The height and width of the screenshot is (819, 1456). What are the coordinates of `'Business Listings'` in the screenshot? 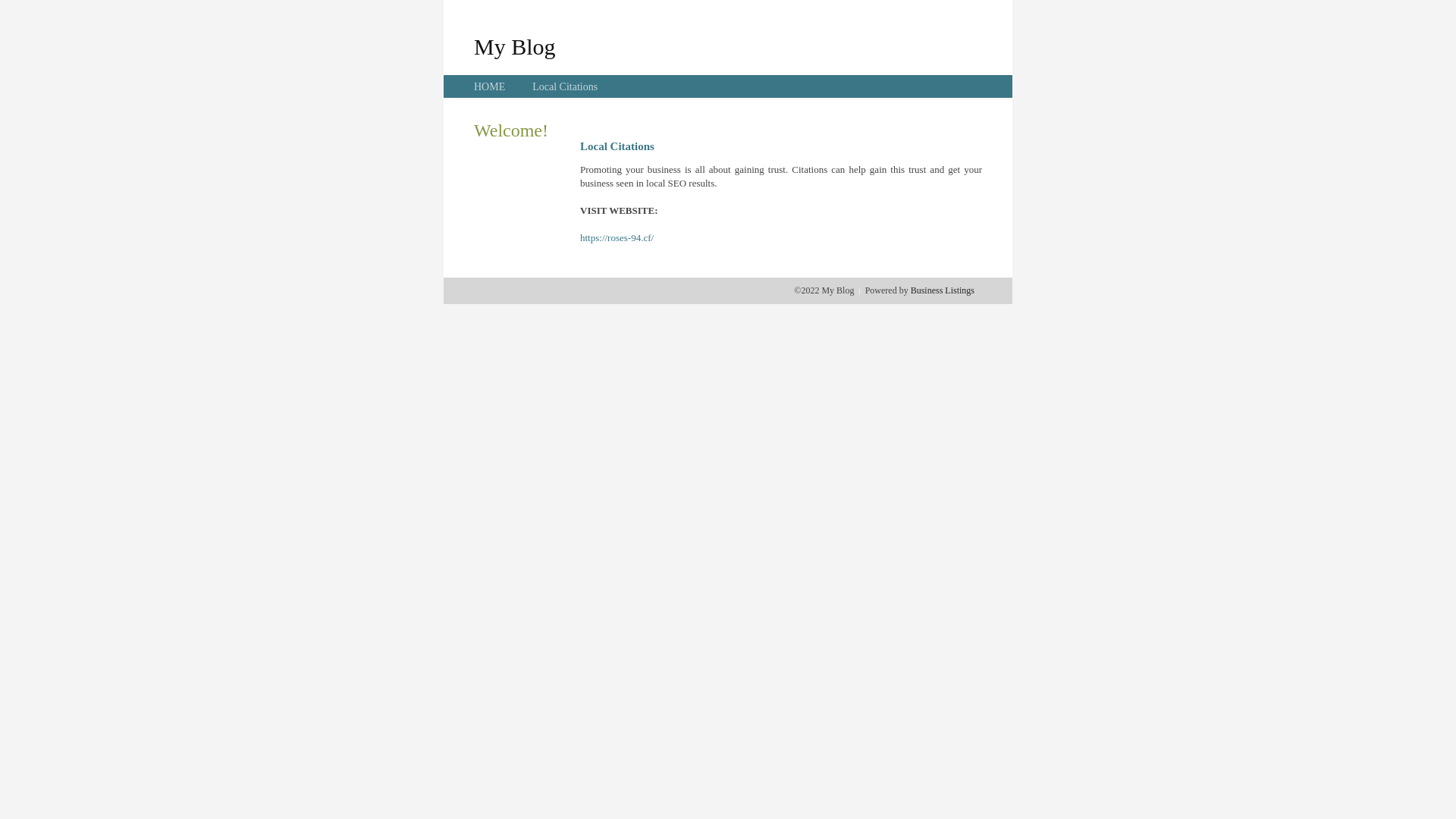 It's located at (942, 290).